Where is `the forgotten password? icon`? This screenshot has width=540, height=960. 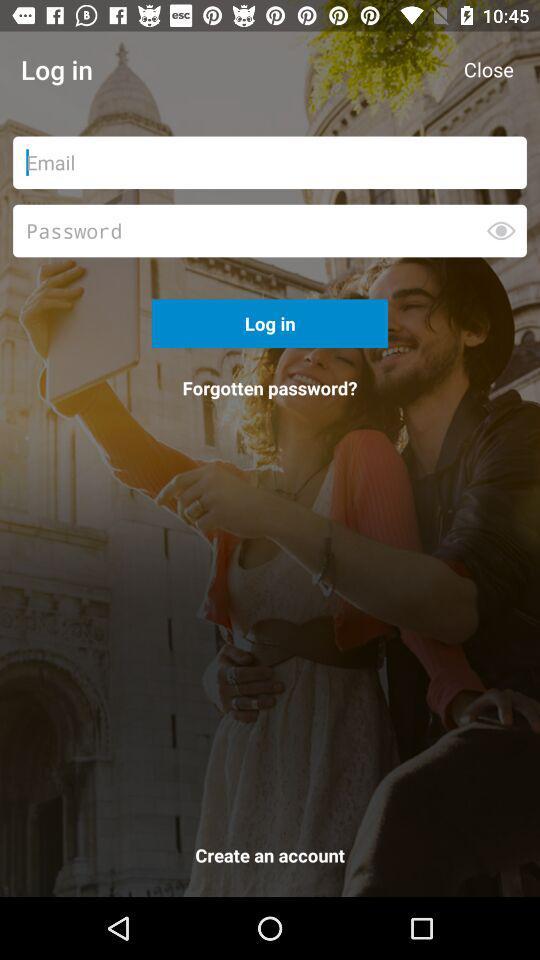
the forgotten password? icon is located at coordinates (270, 387).